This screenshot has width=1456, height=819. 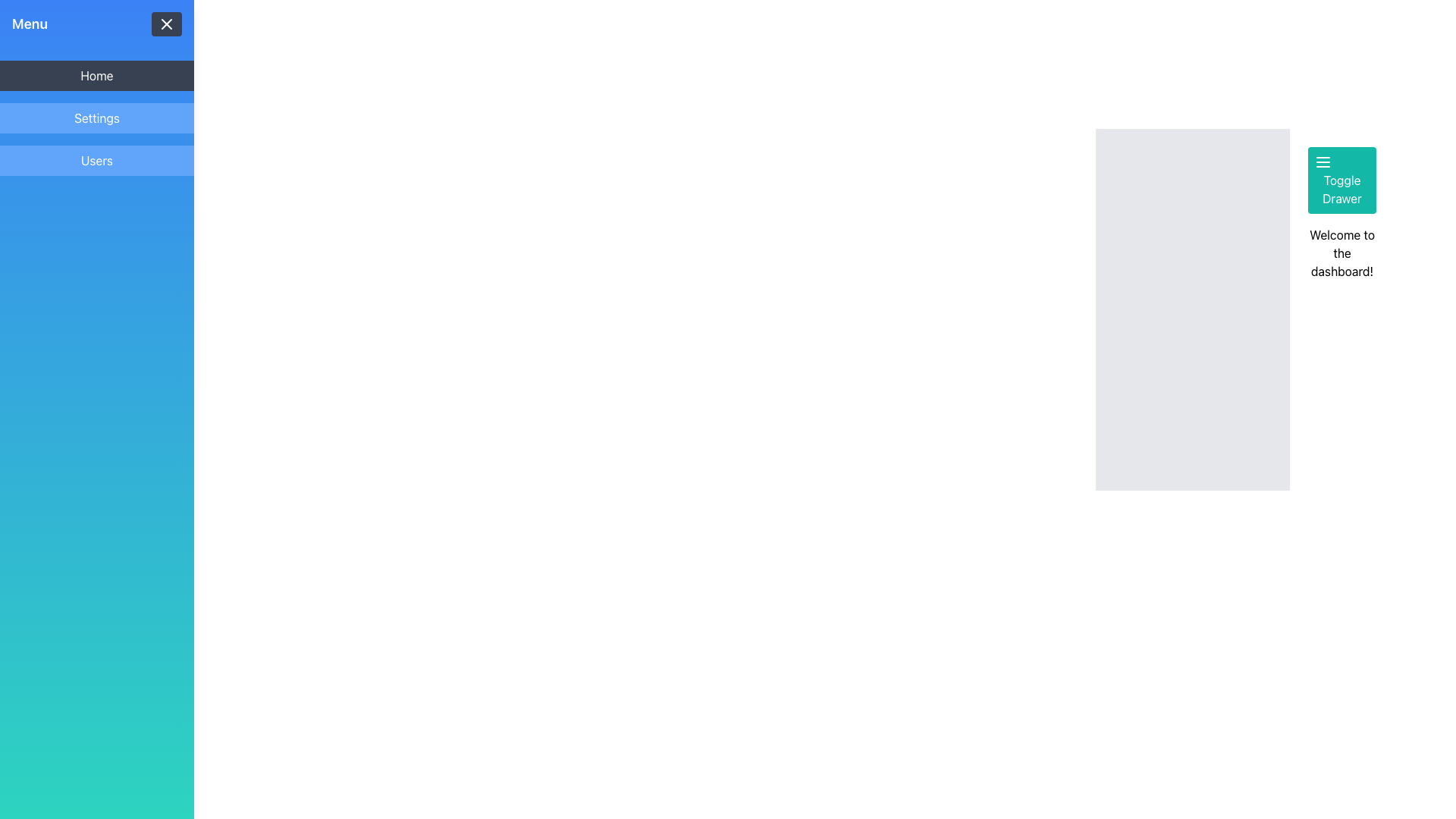 I want to click on the close icon button located at the top-right corner of the navigation panel, so click(x=167, y=24).